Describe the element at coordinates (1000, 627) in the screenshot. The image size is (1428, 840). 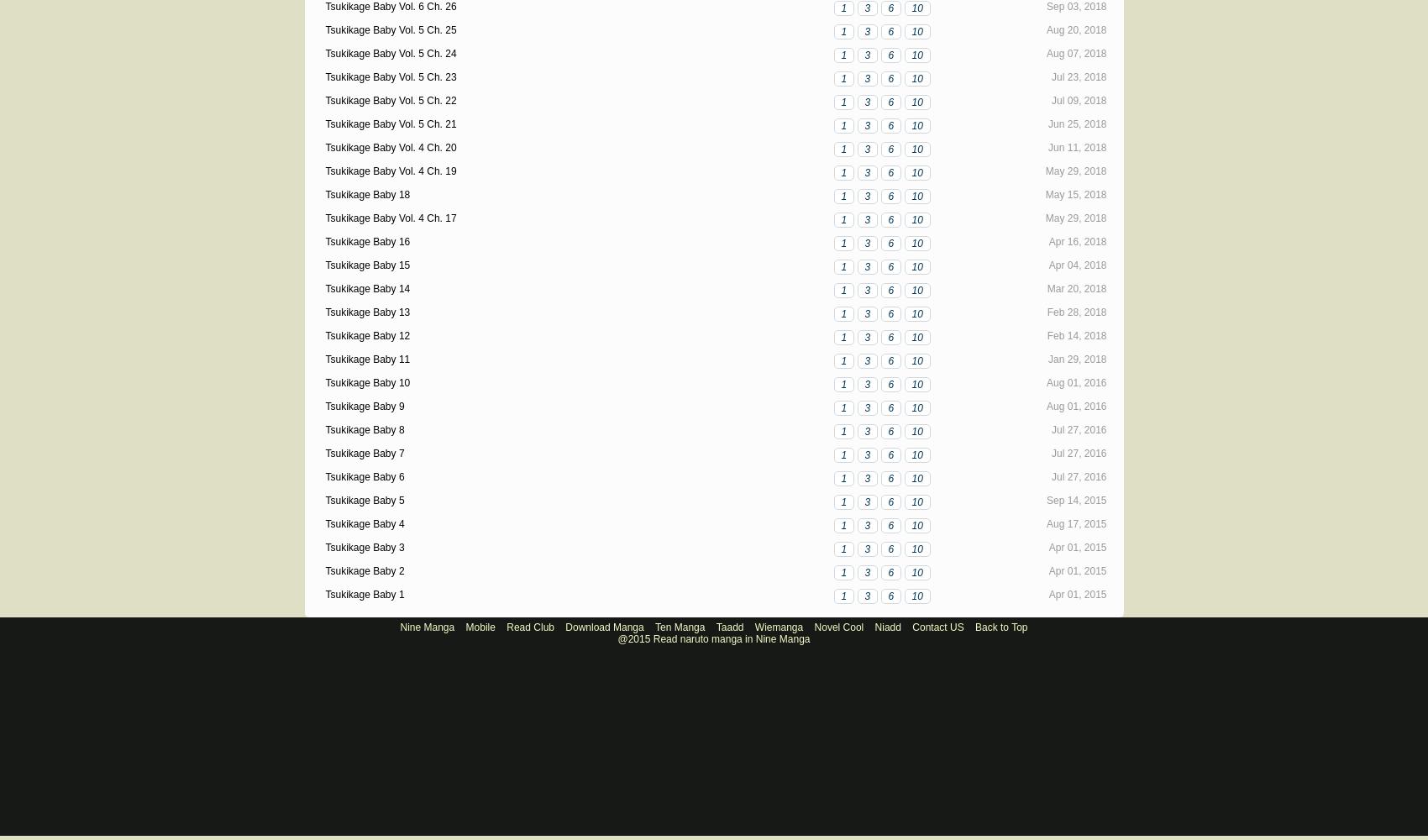
I see `'Back to Top'` at that location.